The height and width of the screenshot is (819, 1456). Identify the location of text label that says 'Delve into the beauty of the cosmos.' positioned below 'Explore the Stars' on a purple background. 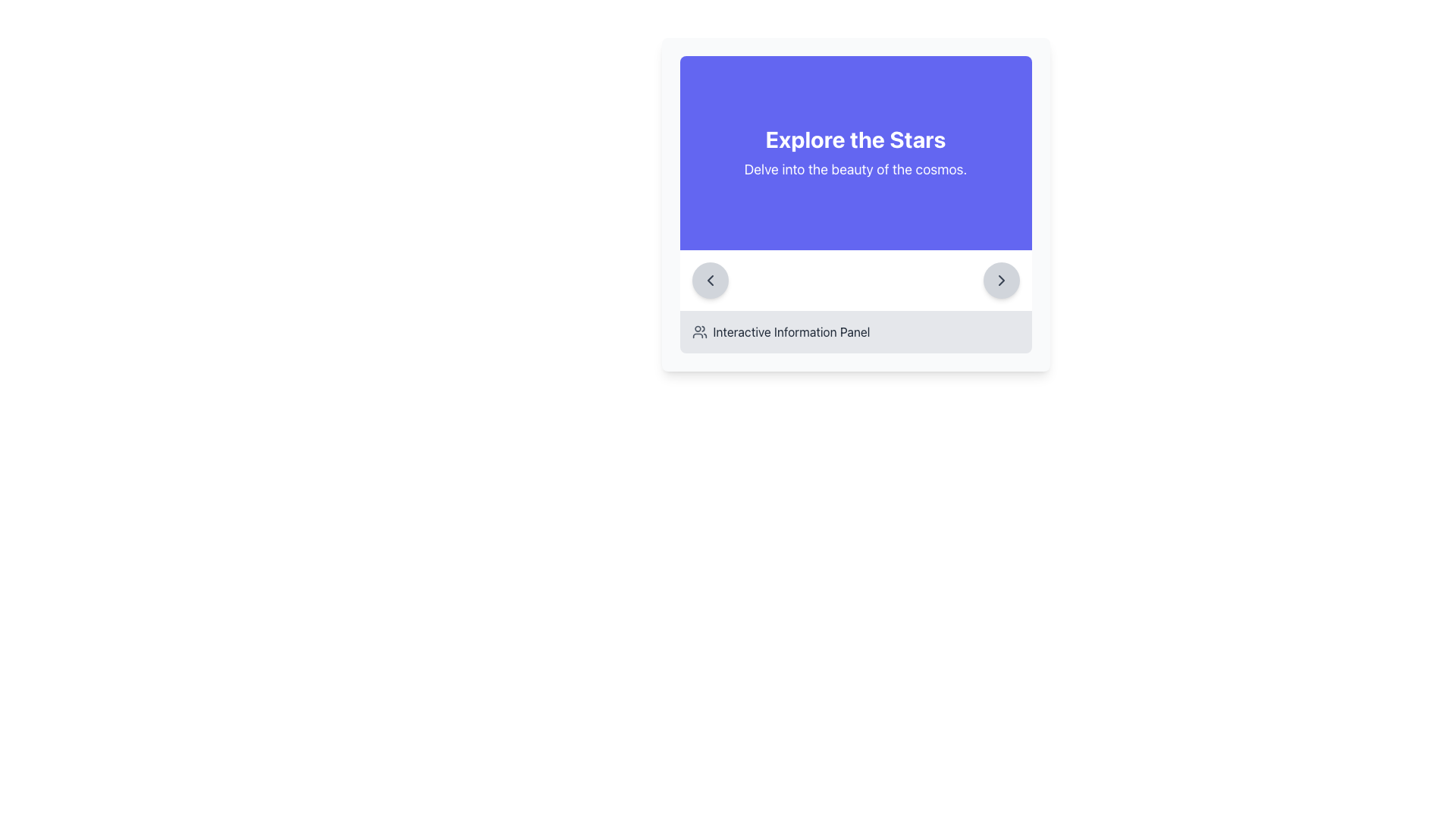
(855, 169).